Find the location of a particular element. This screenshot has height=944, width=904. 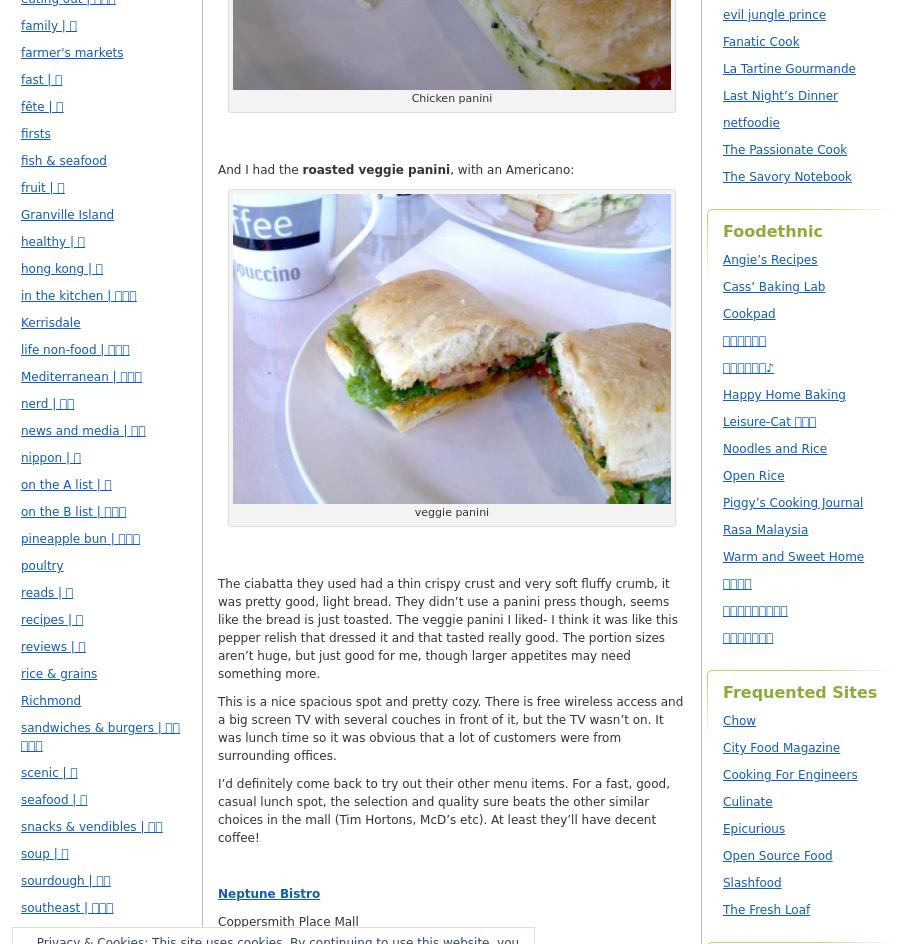

'sourdough | 酸包' is located at coordinates (65, 881).